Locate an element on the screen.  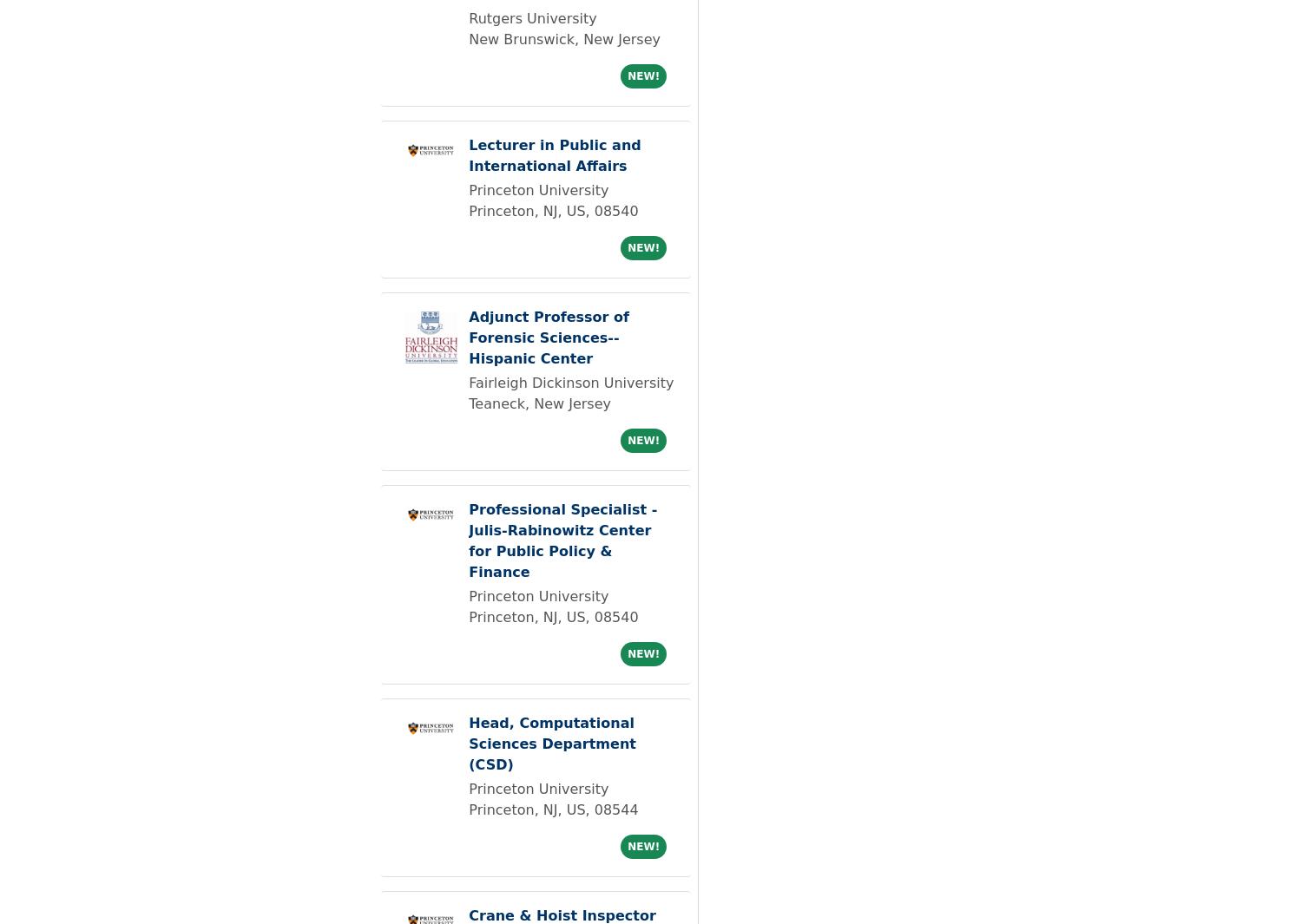
'Fairleigh Dickinson University' is located at coordinates (571, 382).